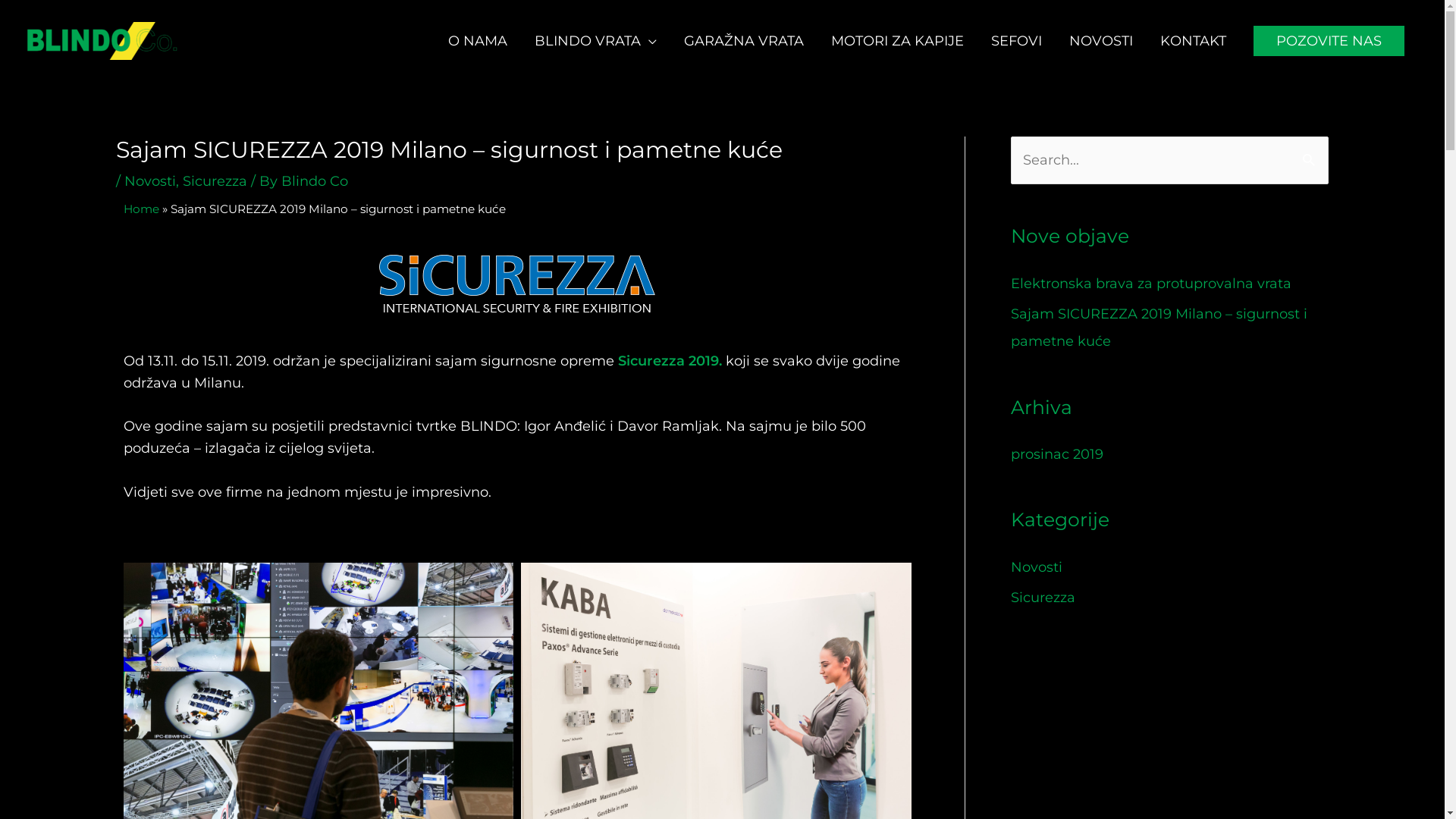 The height and width of the screenshot is (819, 1456). Describe the element at coordinates (1192, 40) in the screenshot. I see `'KONTAKT'` at that location.